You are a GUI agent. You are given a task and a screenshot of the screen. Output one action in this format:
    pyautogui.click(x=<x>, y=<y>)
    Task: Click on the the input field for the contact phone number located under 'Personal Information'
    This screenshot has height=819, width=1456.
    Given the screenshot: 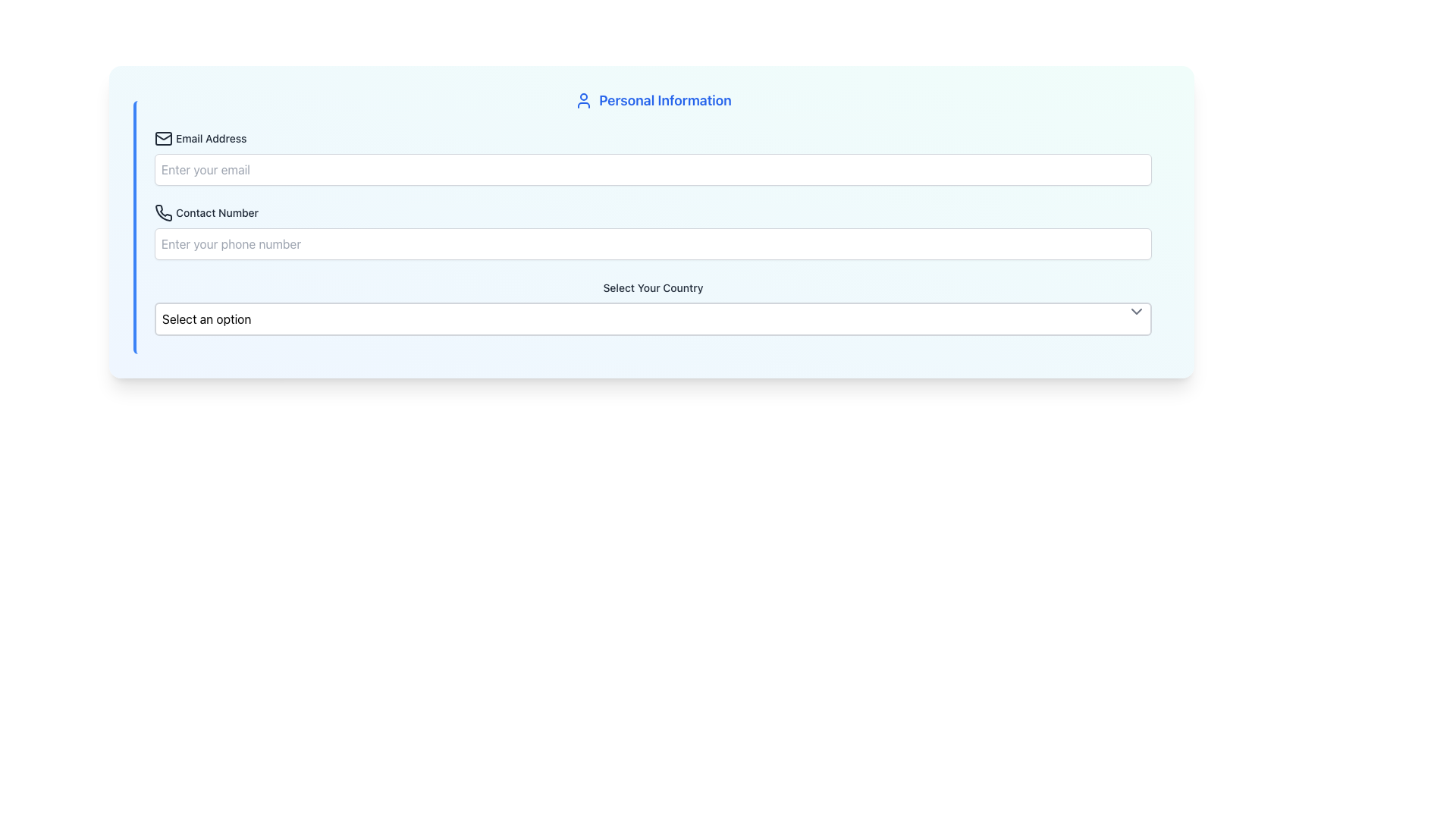 What is the action you would take?
    pyautogui.click(x=653, y=231)
    